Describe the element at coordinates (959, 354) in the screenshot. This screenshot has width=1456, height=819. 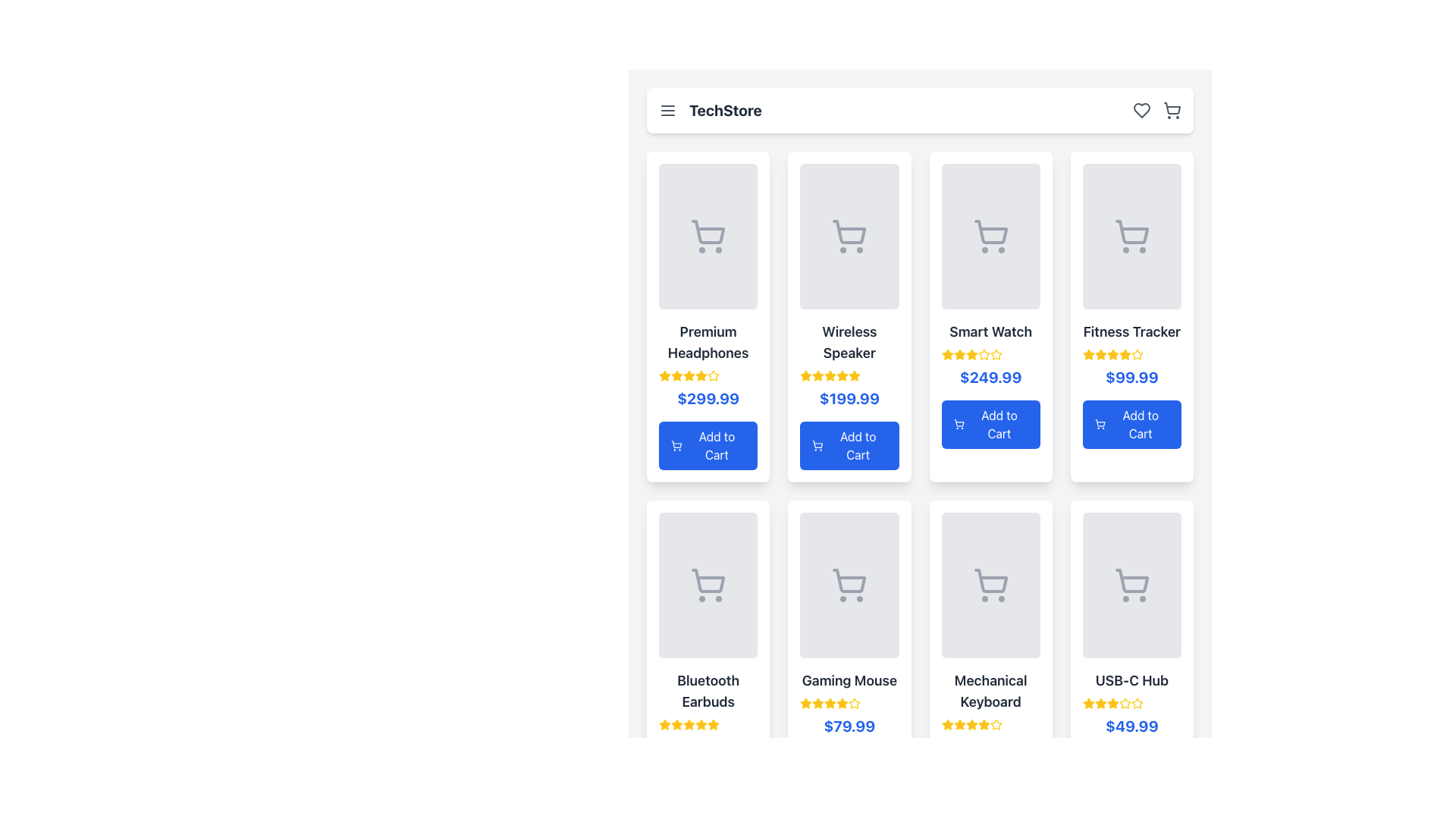
I see `the second star in the star rating icon for the 'Smart Watch' item to interact with the rating system` at that location.